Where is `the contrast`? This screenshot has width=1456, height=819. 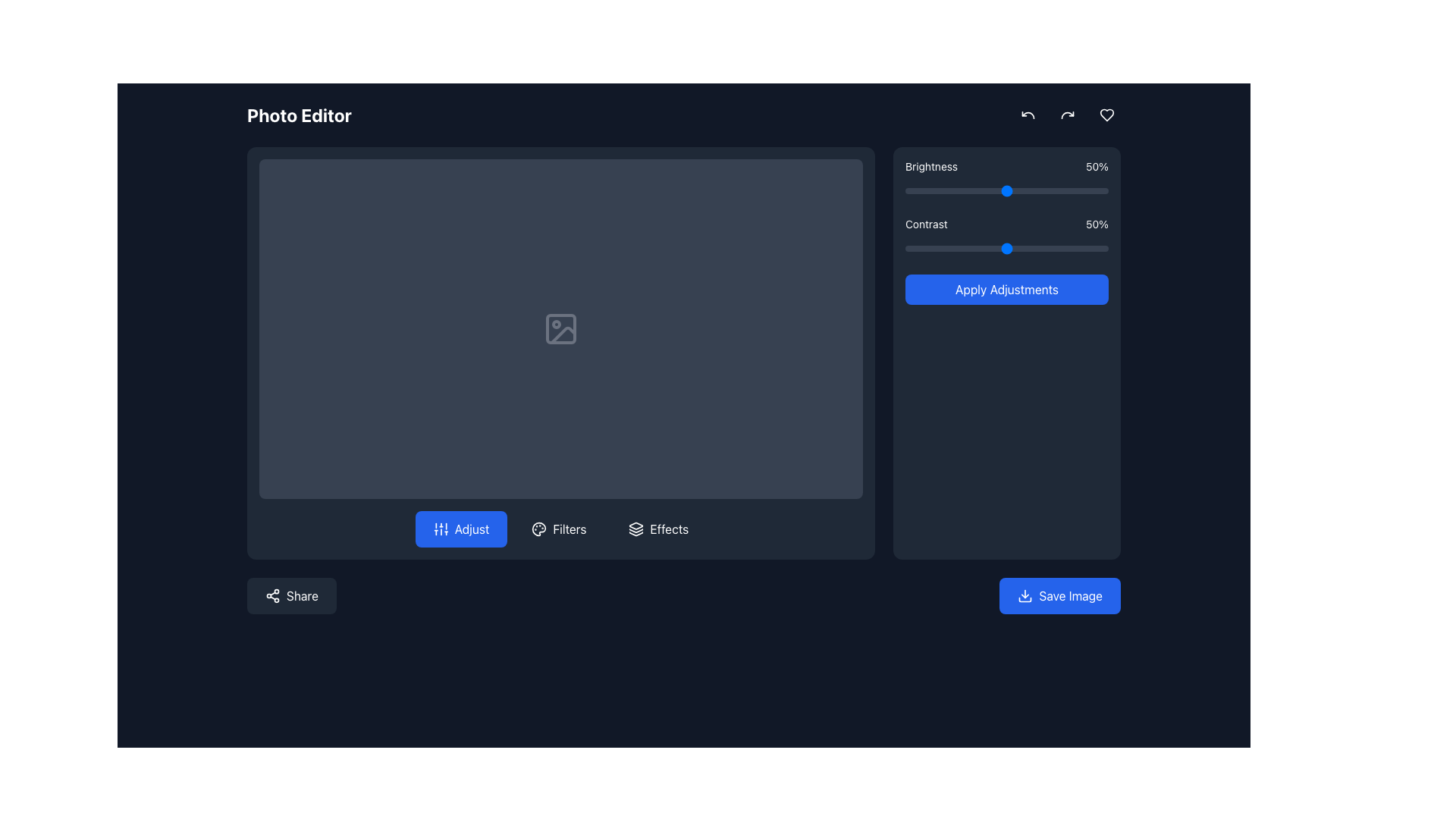 the contrast is located at coordinates (912, 247).